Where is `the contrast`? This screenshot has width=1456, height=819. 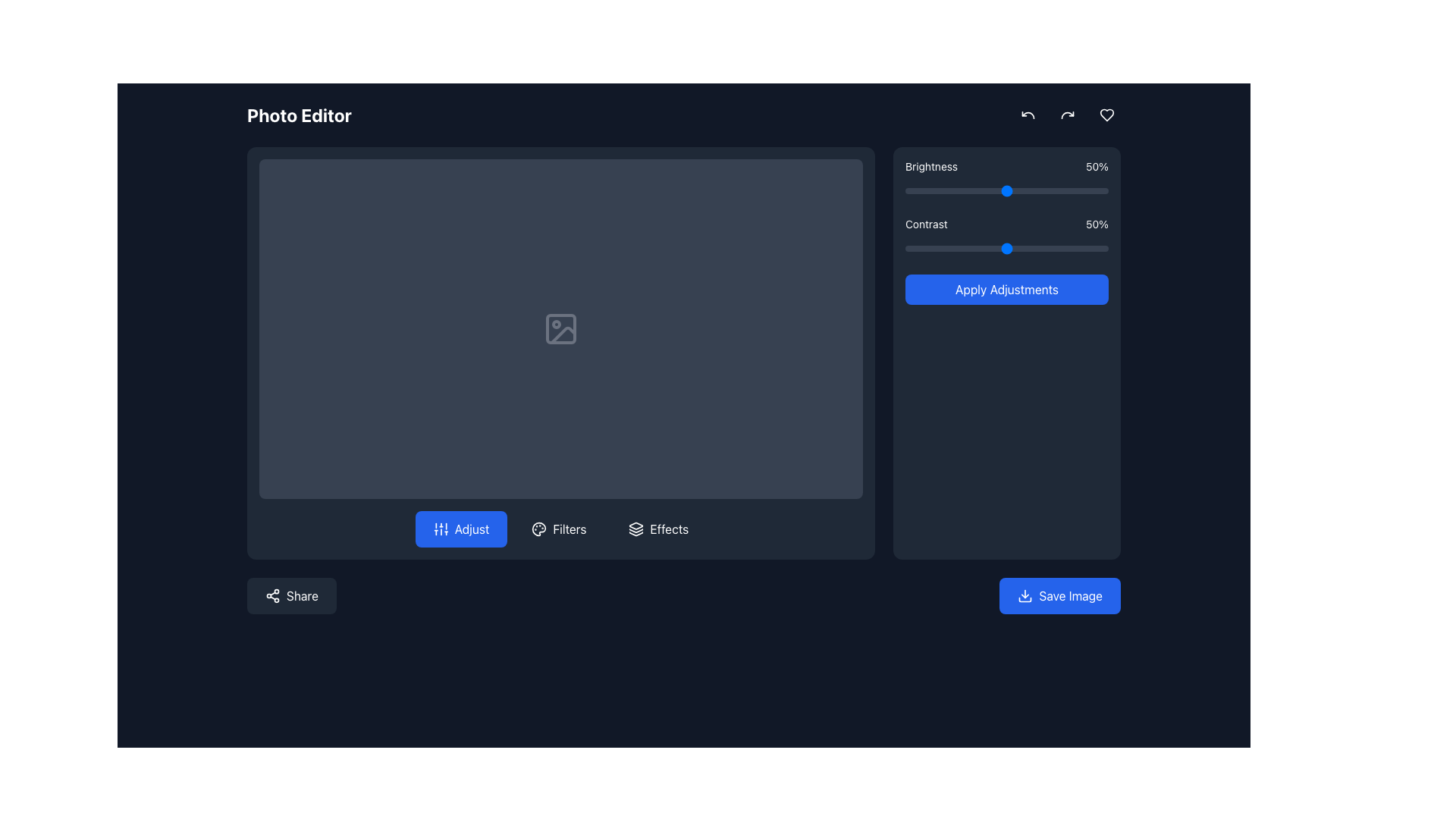 the contrast is located at coordinates (912, 247).